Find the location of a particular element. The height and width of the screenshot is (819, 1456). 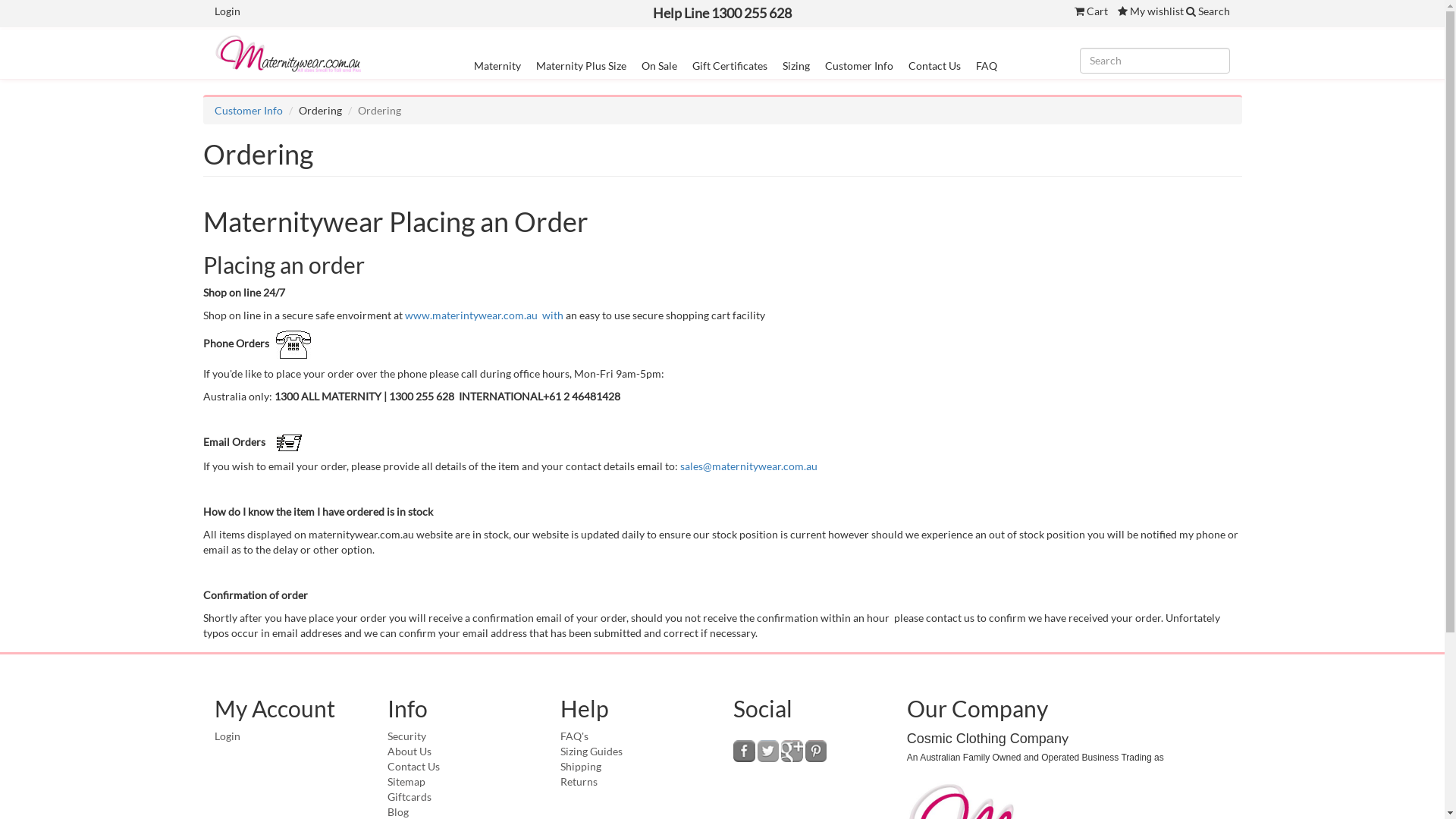

'Customer Info' is located at coordinates (213, 109).